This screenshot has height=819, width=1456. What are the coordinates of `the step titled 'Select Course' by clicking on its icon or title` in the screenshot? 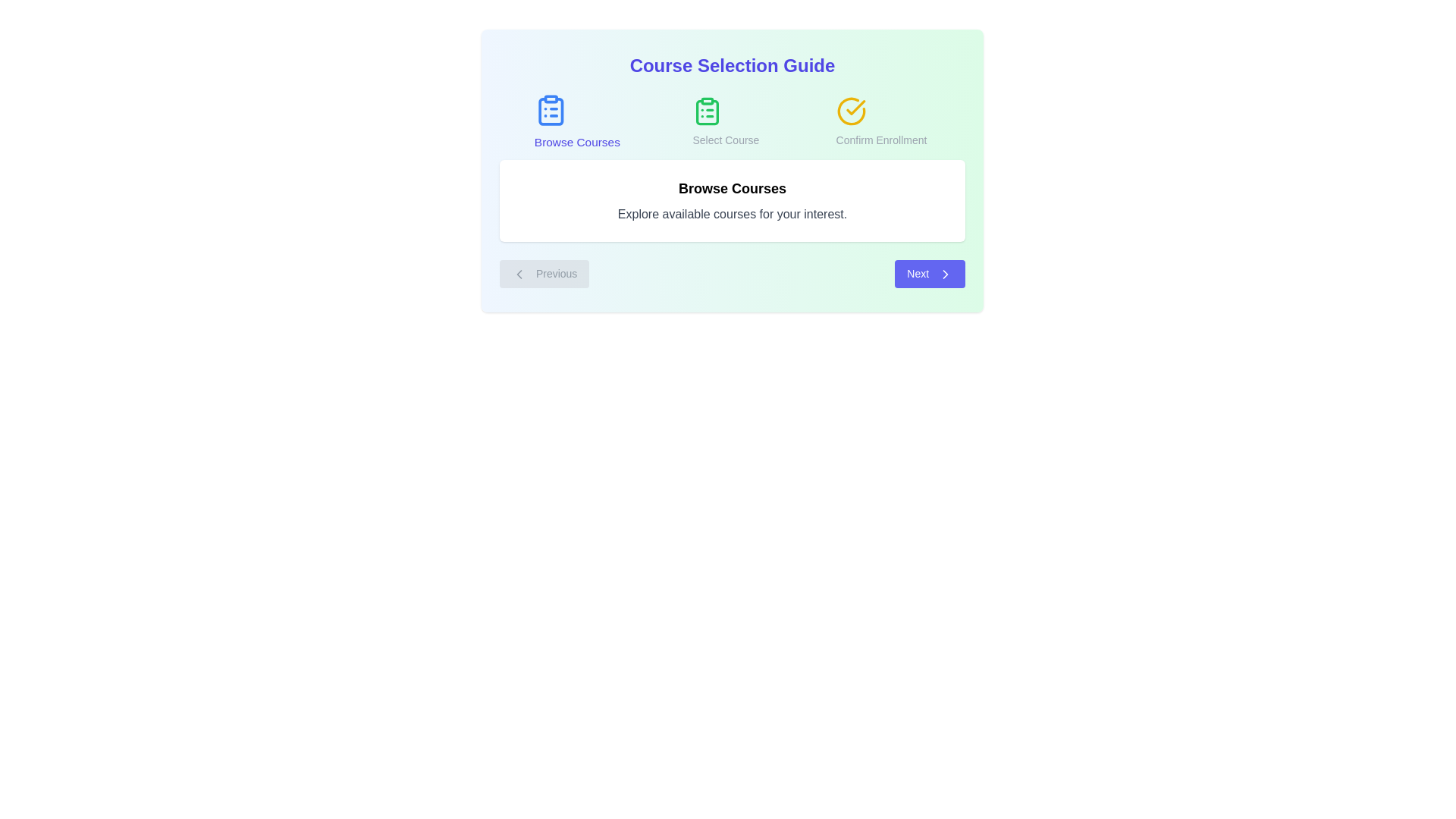 It's located at (725, 121).